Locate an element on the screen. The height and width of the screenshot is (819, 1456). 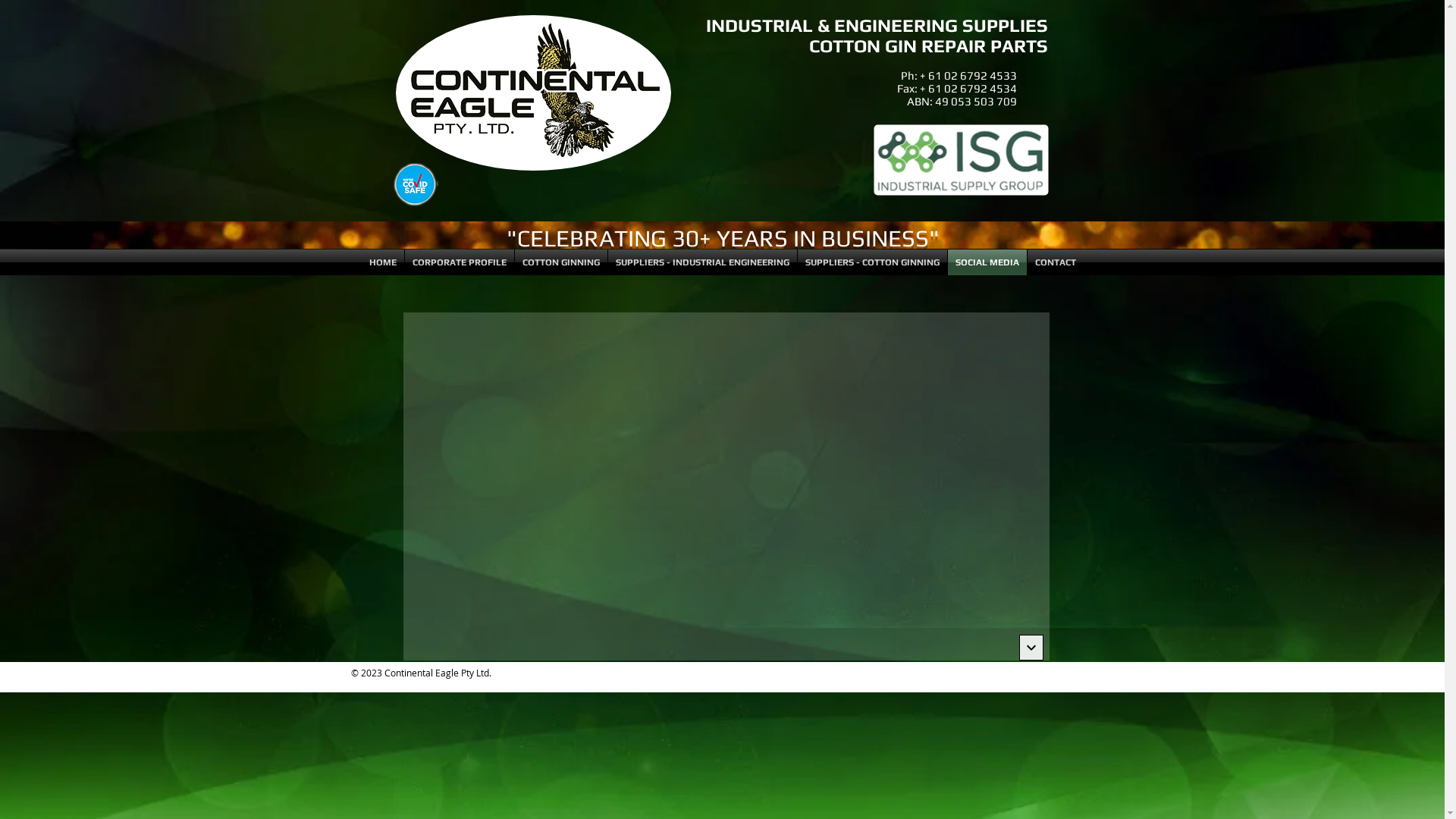
'COTTON GINNING' is located at coordinates (560, 262).